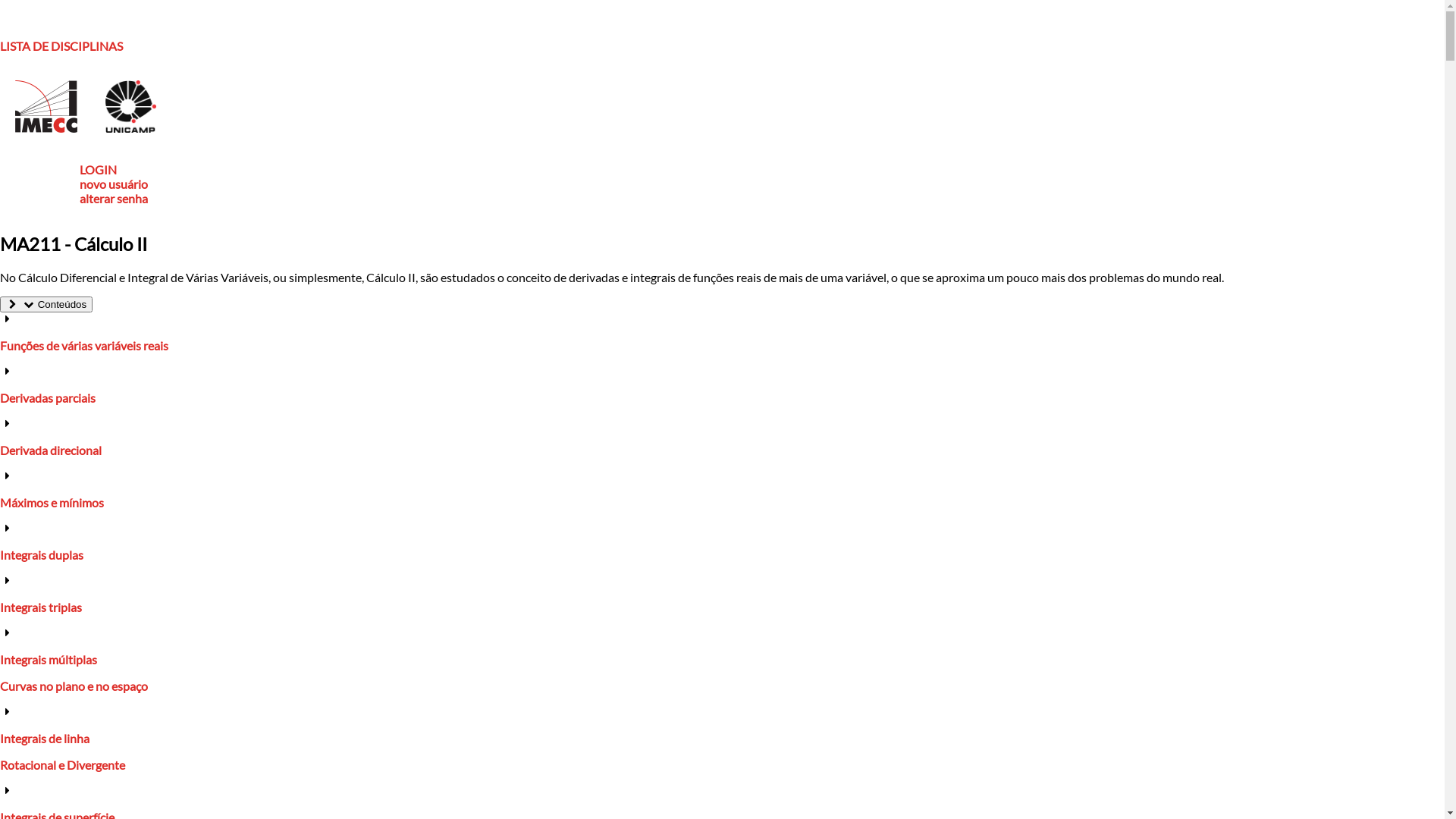  What do you see at coordinates (97, 169) in the screenshot?
I see `'LOGIN'` at bounding box center [97, 169].